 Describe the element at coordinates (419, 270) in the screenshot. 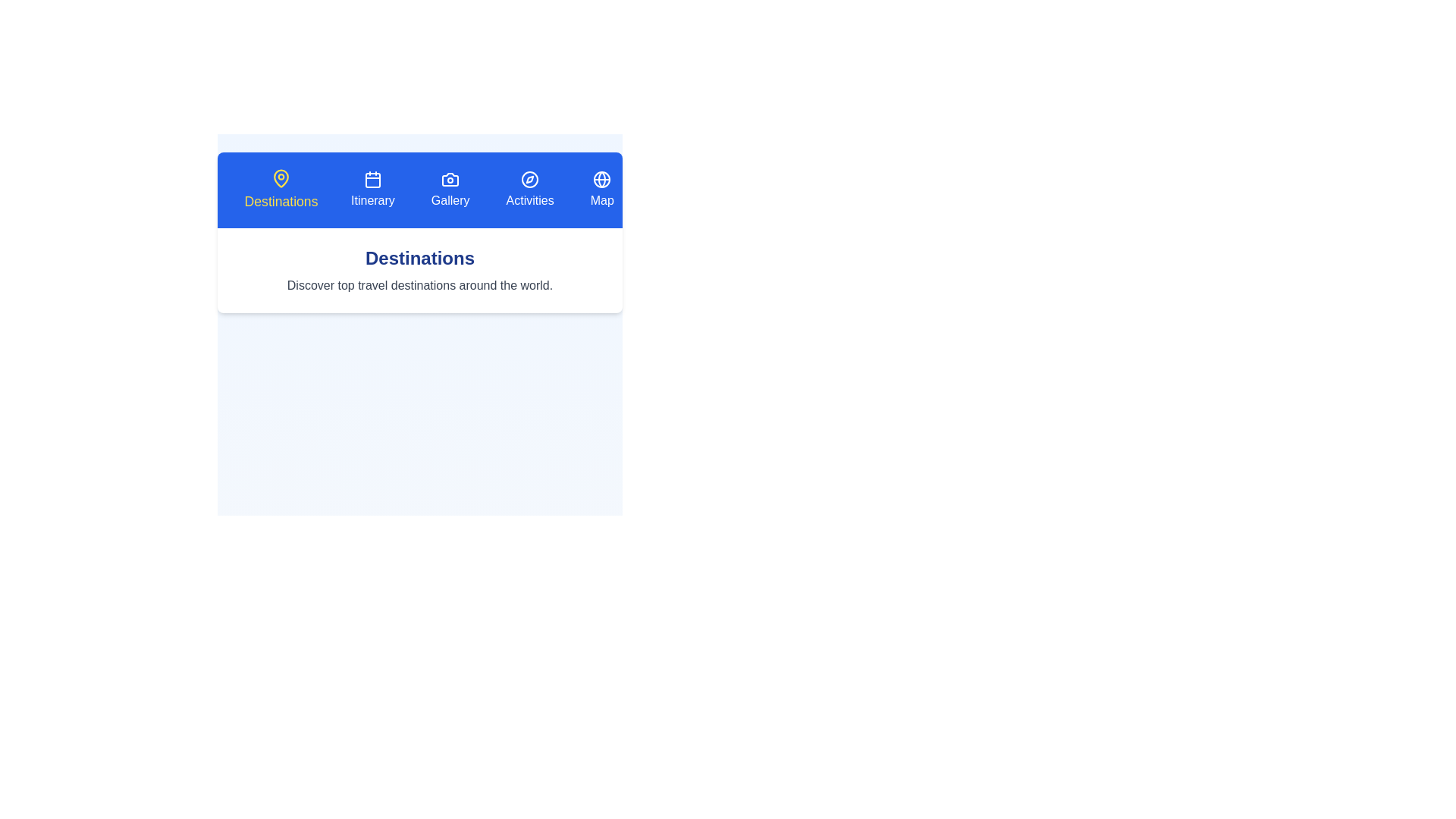

I see `text block labeled 'Destinations' prominently displayed in a bold, blue font, with a smaller gray text below describing travel destinations` at that location.